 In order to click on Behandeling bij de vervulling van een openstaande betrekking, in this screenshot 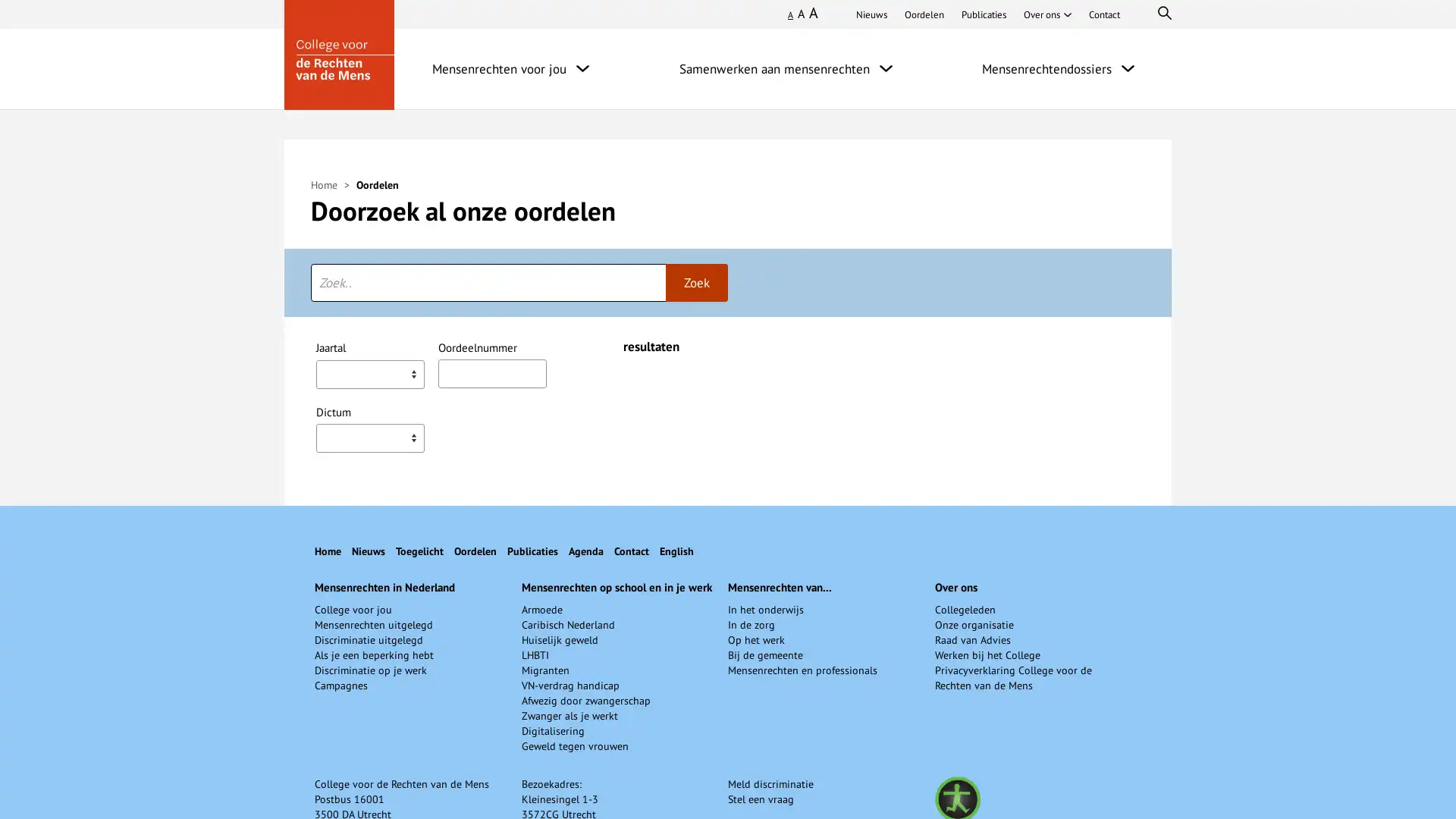, I will do `click(968, 761)`.